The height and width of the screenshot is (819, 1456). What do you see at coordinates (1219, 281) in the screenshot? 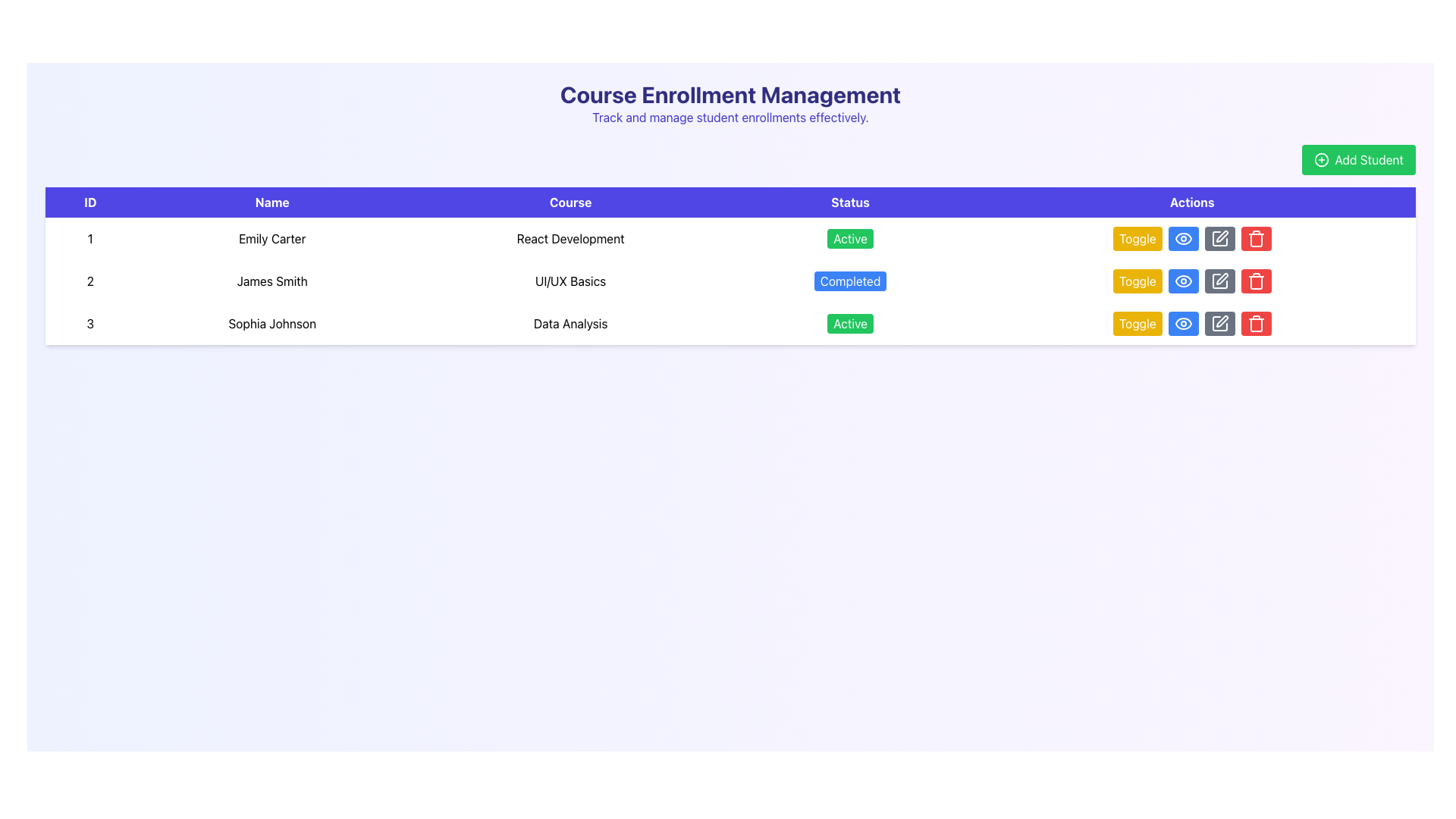
I see `the pen icon button in the 'Actions' column corresponding to the second entry for 'James Smith' to initiate editing` at bounding box center [1219, 281].